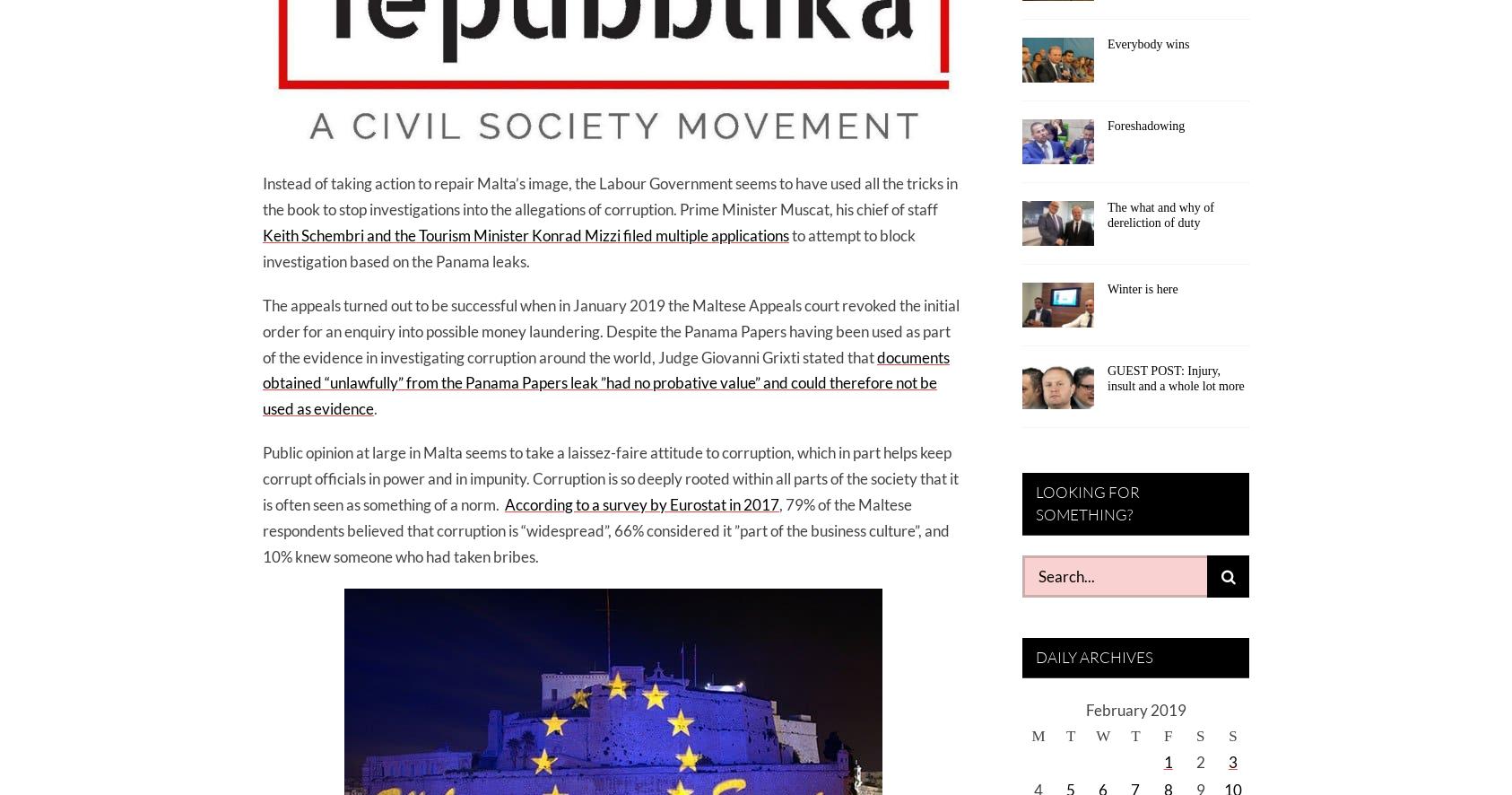 Image resolution: width=1512 pixels, height=795 pixels. I want to click on 'Keith Schembri and the Tourism Minister Konrad Mizzi filed multiple applications', so click(525, 234).